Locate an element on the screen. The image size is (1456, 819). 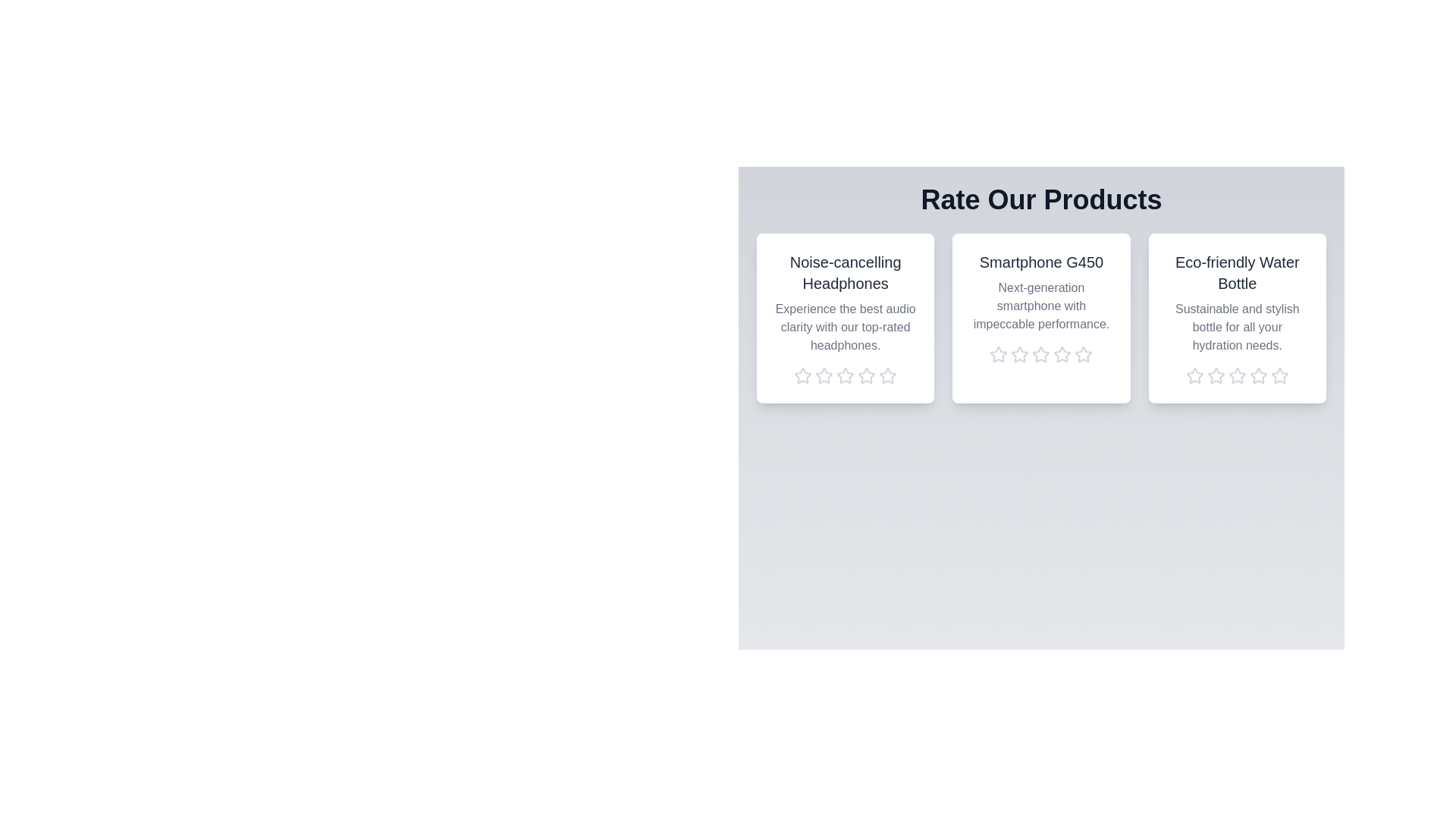
the product name Eco-friendly Water Bottle to trigger its associated action is located at coordinates (1237, 271).